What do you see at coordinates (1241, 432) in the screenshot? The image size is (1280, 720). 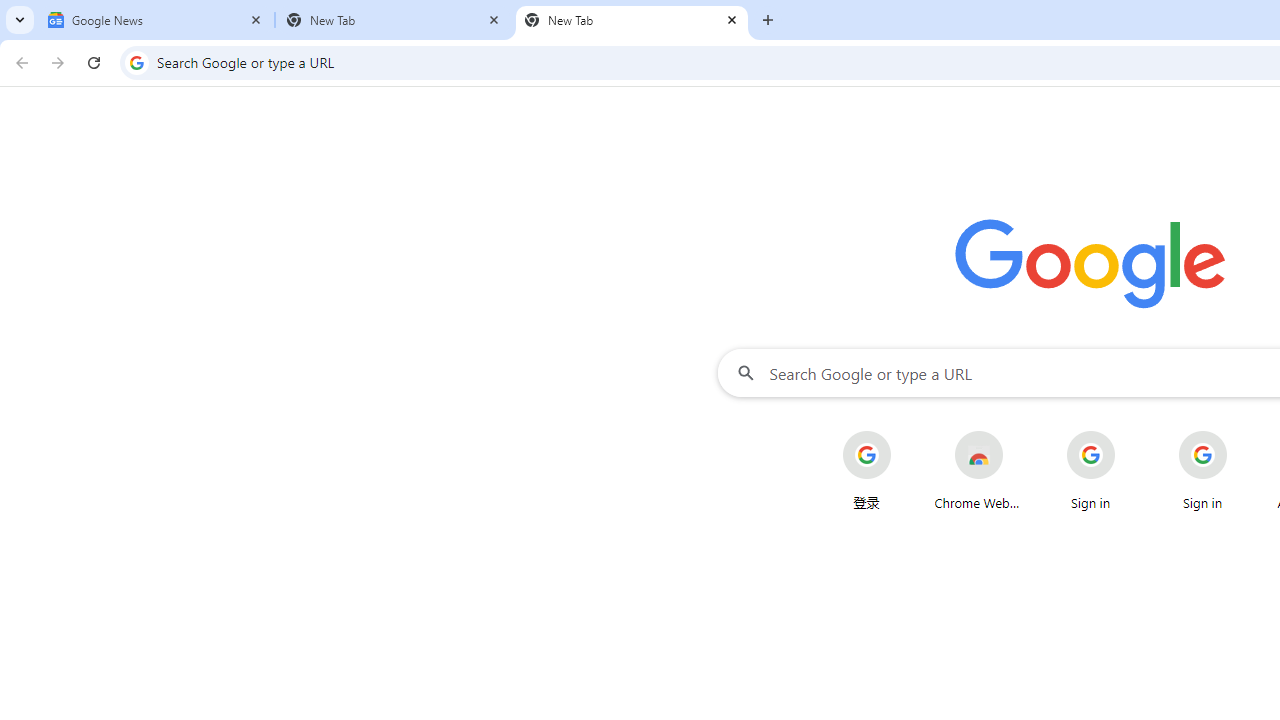 I see `'More actions for Sign in shortcut'` at bounding box center [1241, 432].